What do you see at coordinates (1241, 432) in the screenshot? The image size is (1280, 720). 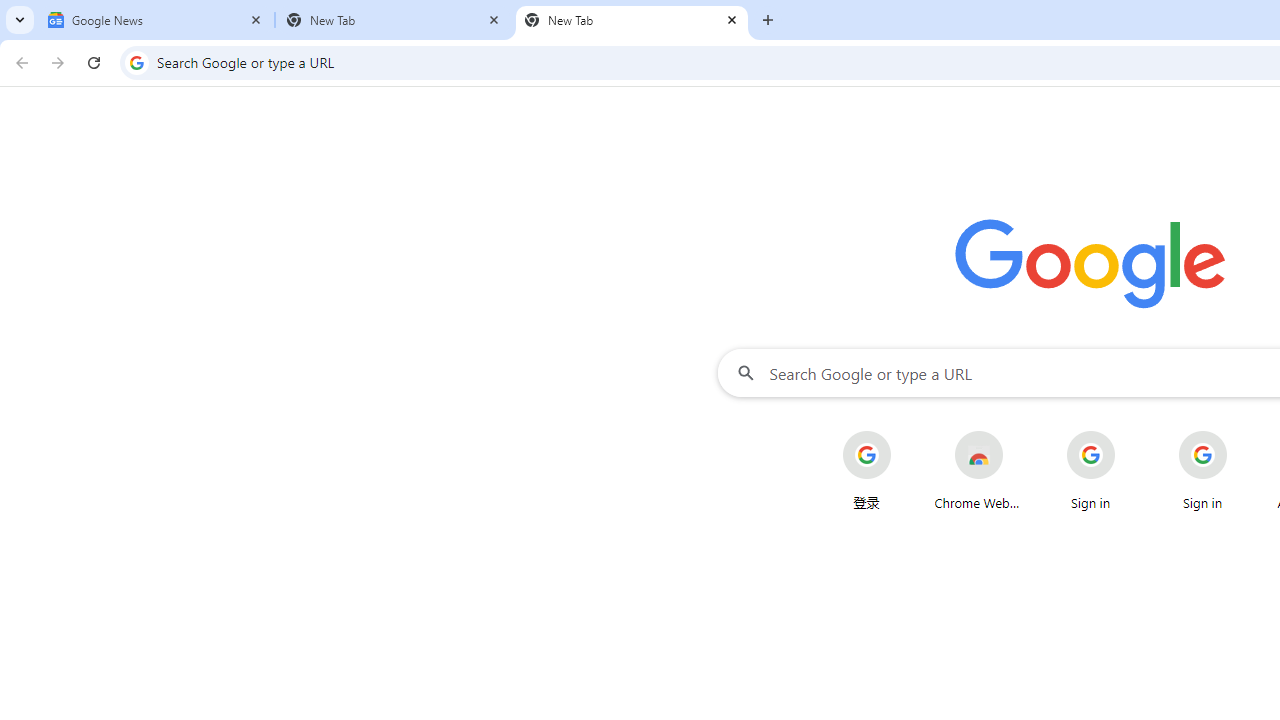 I see `'More actions for Sign in shortcut'` at bounding box center [1241, 432].